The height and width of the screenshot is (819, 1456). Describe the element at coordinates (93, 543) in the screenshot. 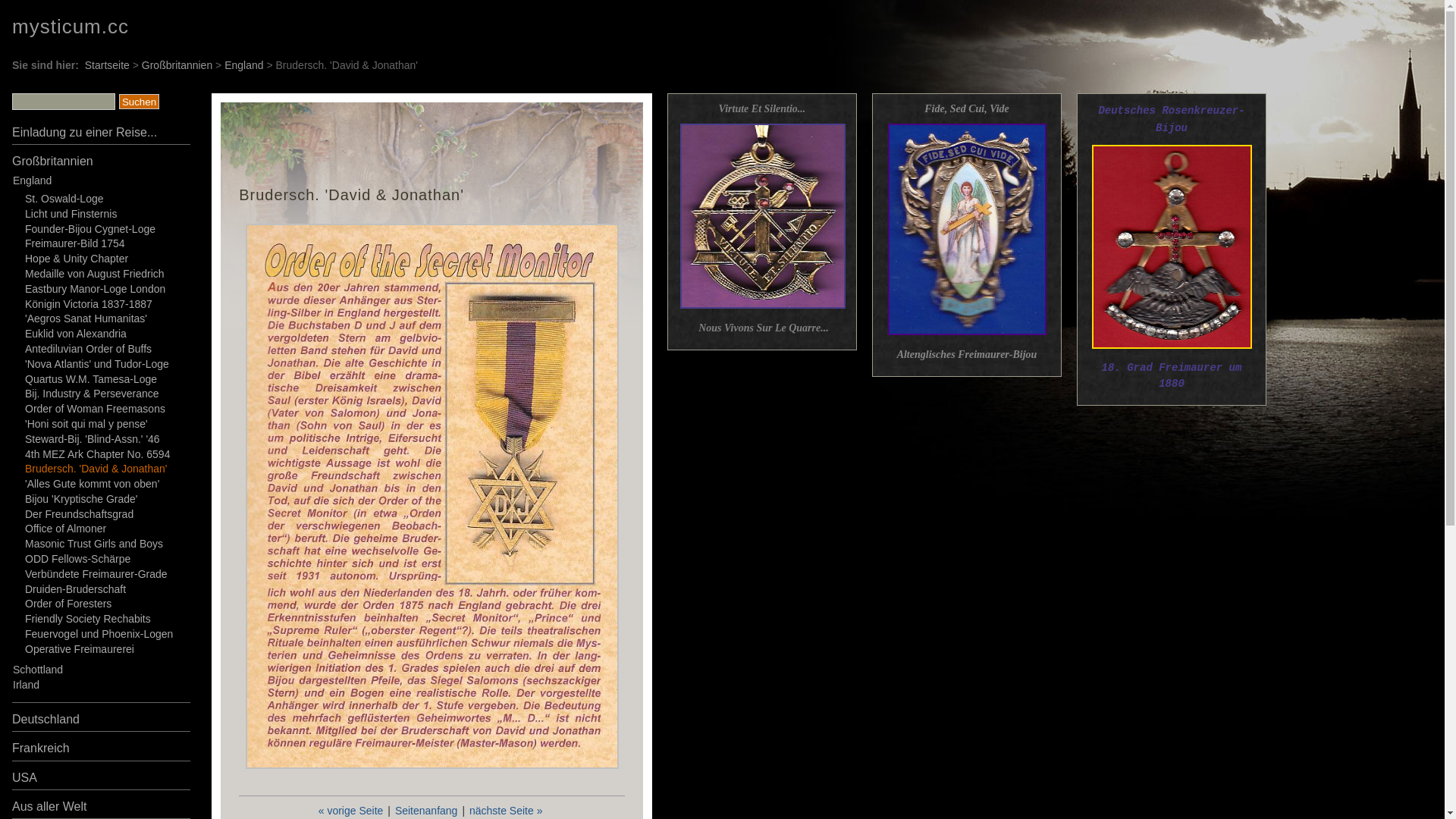

I see `'Masonic Trust Girls and Boys'` at that location.